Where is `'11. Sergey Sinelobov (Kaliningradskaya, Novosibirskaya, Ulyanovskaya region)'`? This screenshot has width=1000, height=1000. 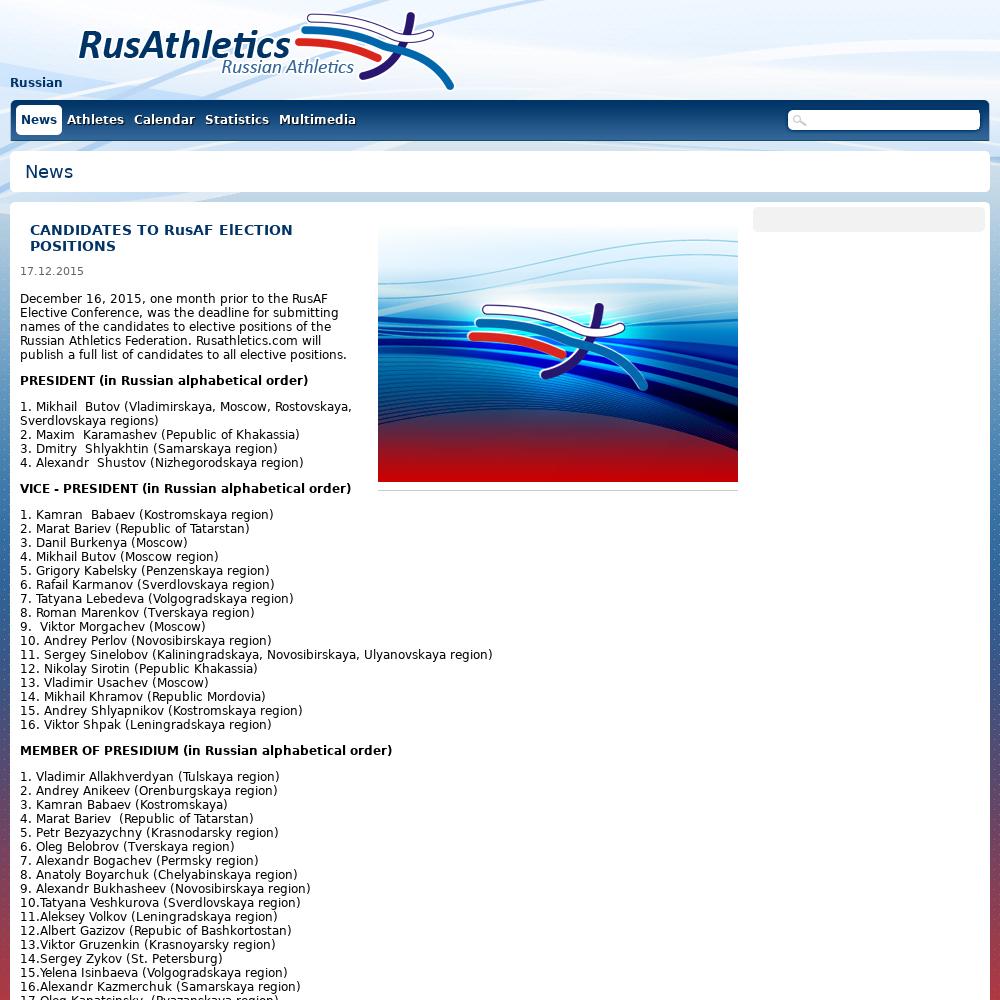
'11. Sergey Sinelobov (Kaliningradskaya, Novosibirskaya, Ulyanovskaya region)' is located at coordinates (256, 655).